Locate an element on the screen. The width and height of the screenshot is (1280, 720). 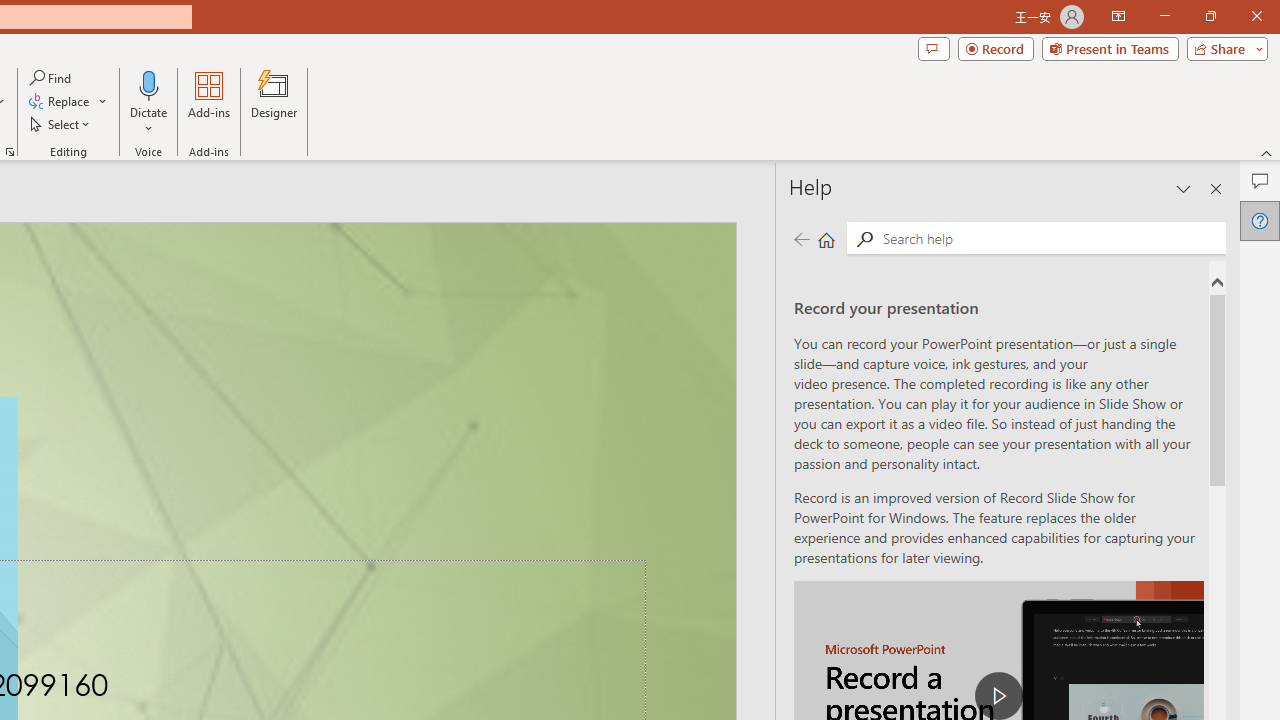
'Dictate' is located at coordinates (148, 103).